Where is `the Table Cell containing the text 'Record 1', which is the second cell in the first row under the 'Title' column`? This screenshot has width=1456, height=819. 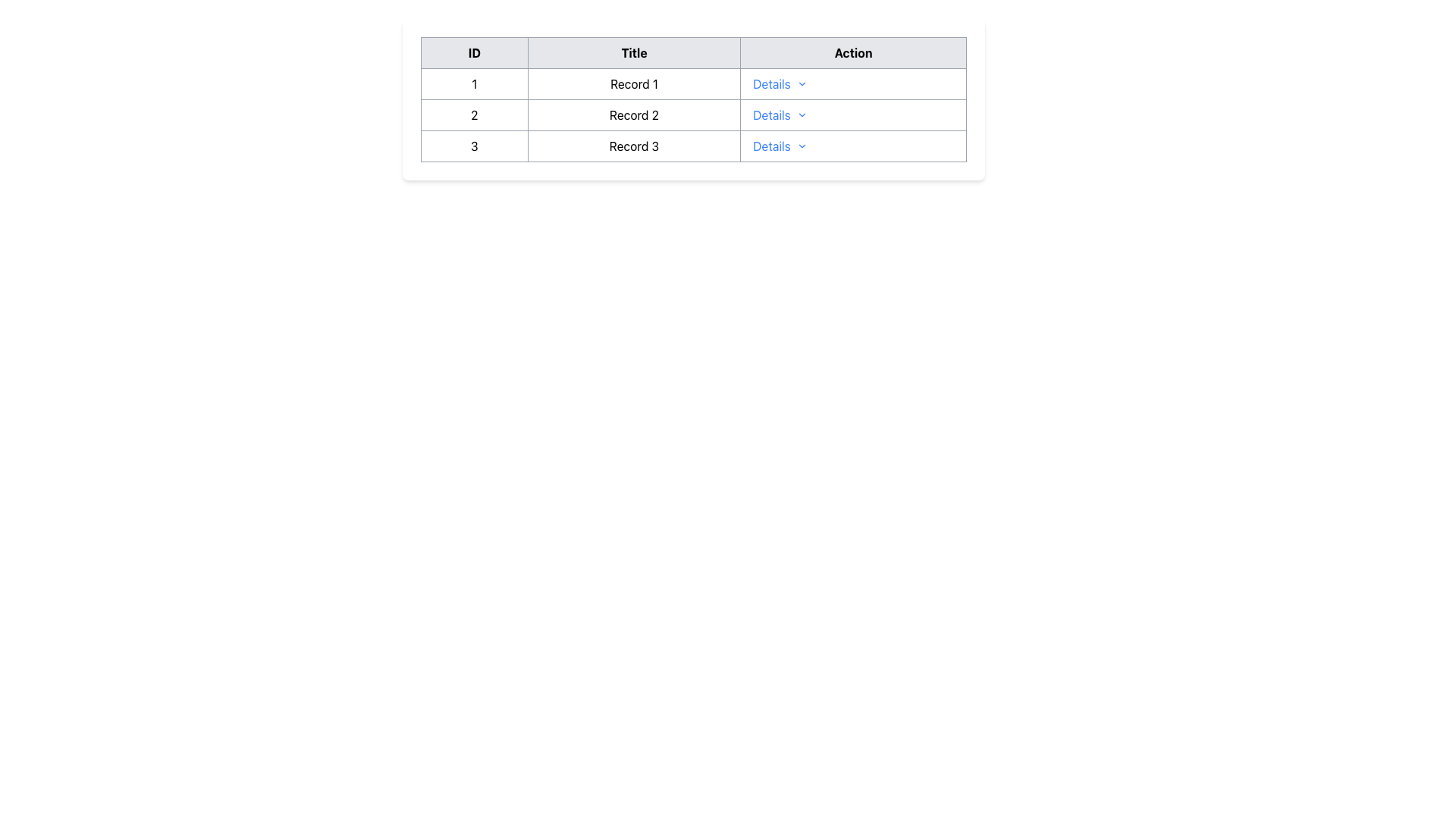 the Table Cell containing the text 'Record 1', which is the second cell in the first row under the 'Title' column is located at coordinates (634, 84).